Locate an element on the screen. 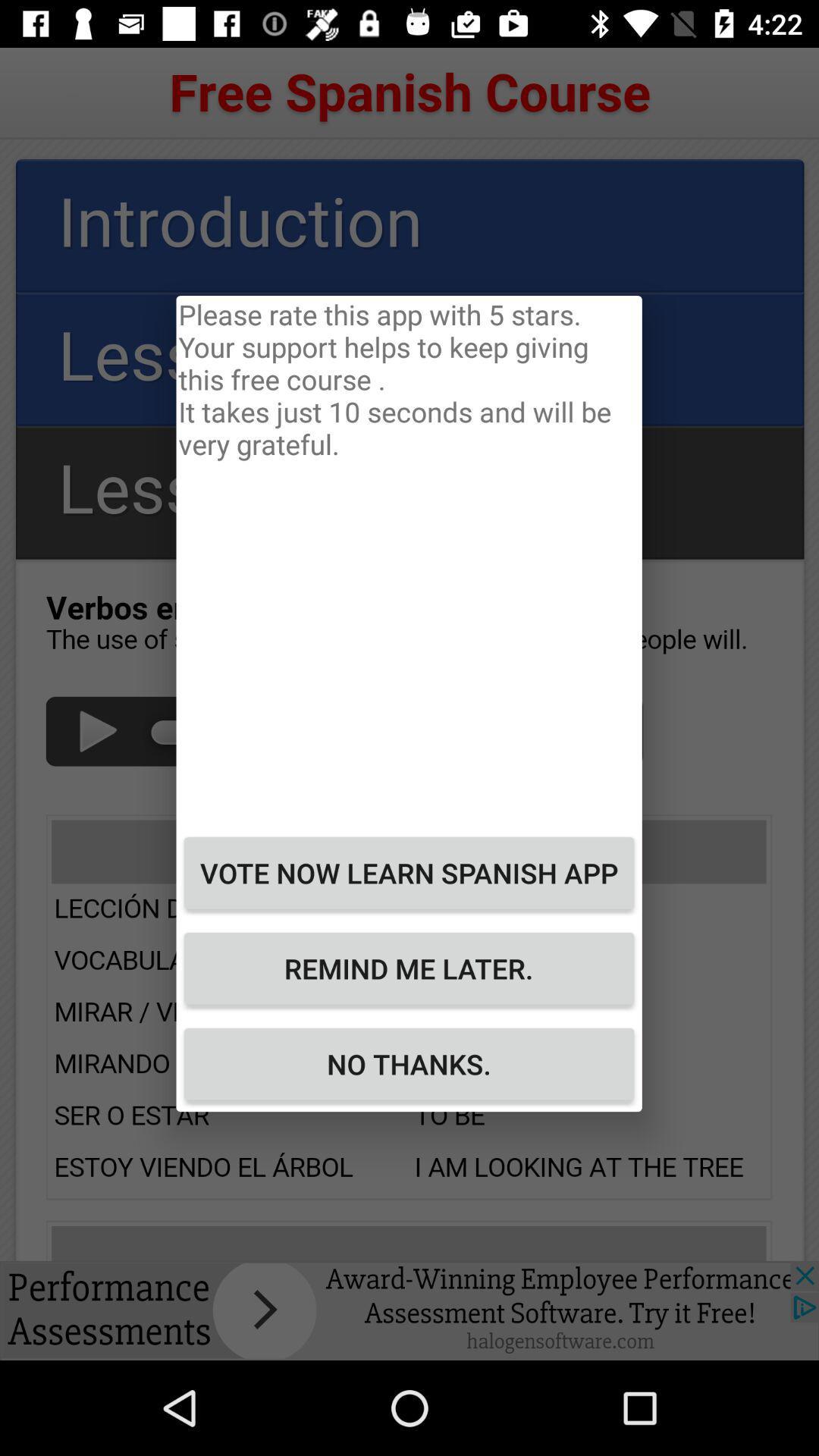 Image resolution: width=819 pixels, height=1456 pixels. the vote now learn icon is located at coordinates (408, 873).